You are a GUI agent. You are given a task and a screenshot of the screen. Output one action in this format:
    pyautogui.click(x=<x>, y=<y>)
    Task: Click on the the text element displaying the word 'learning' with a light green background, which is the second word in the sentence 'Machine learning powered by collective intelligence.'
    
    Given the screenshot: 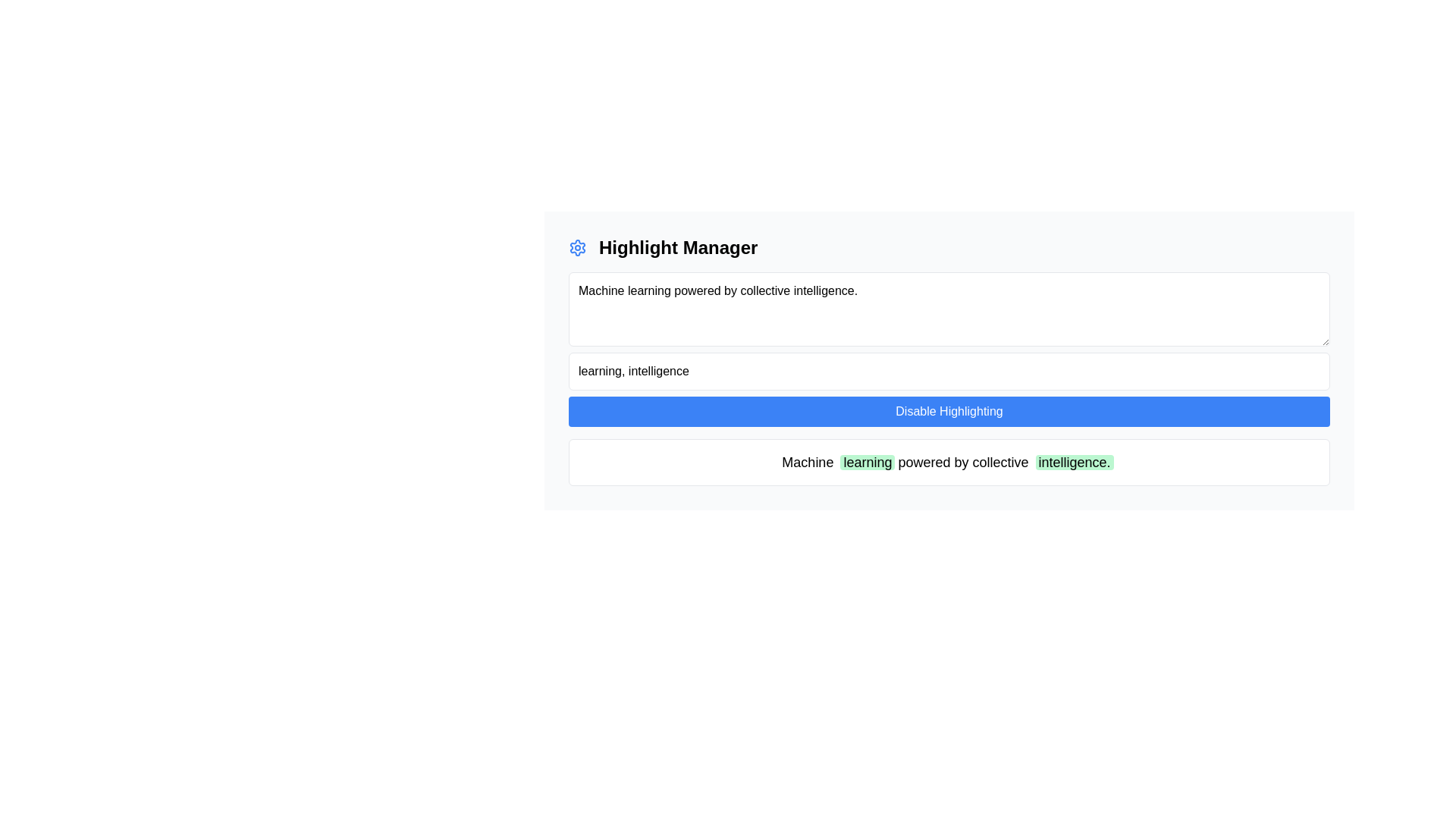 What is the action you would take?
    pyautogui.click(x=868, y=461)
    